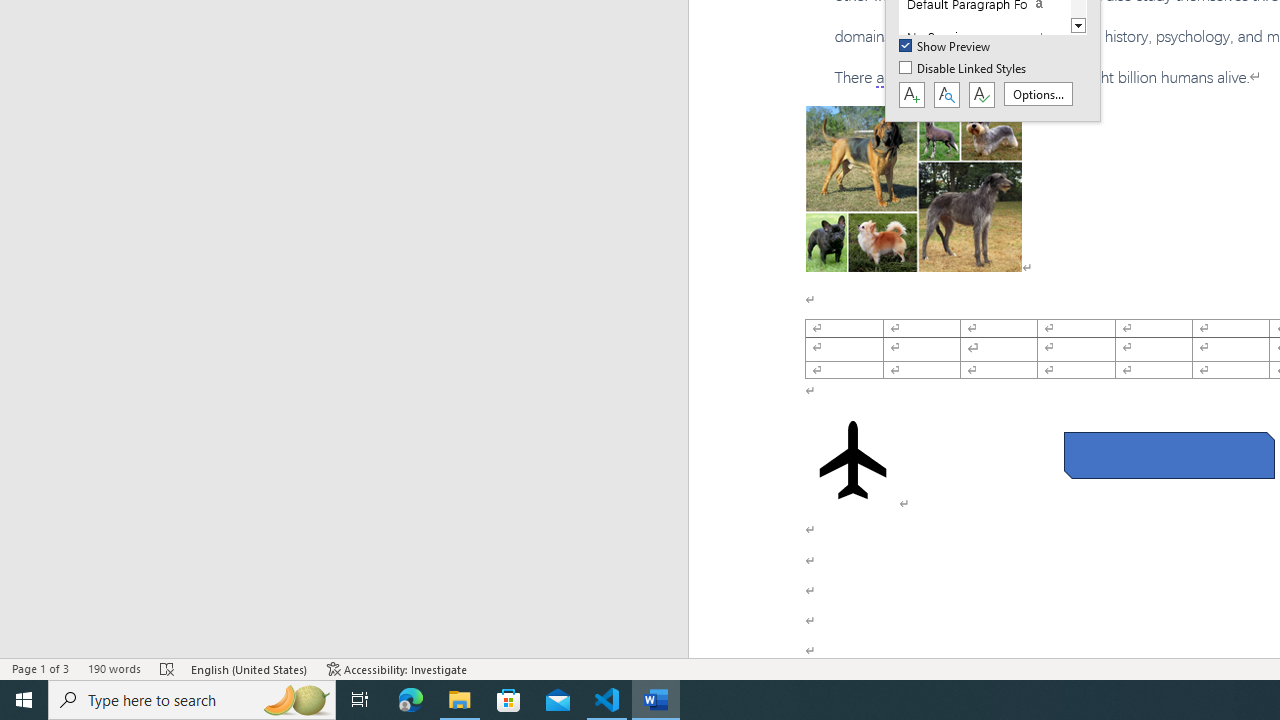  What do you see at coordinates (249, 669) in the screenshot?
I see `'Language English (United States)'` at bounding box center [249, 669].